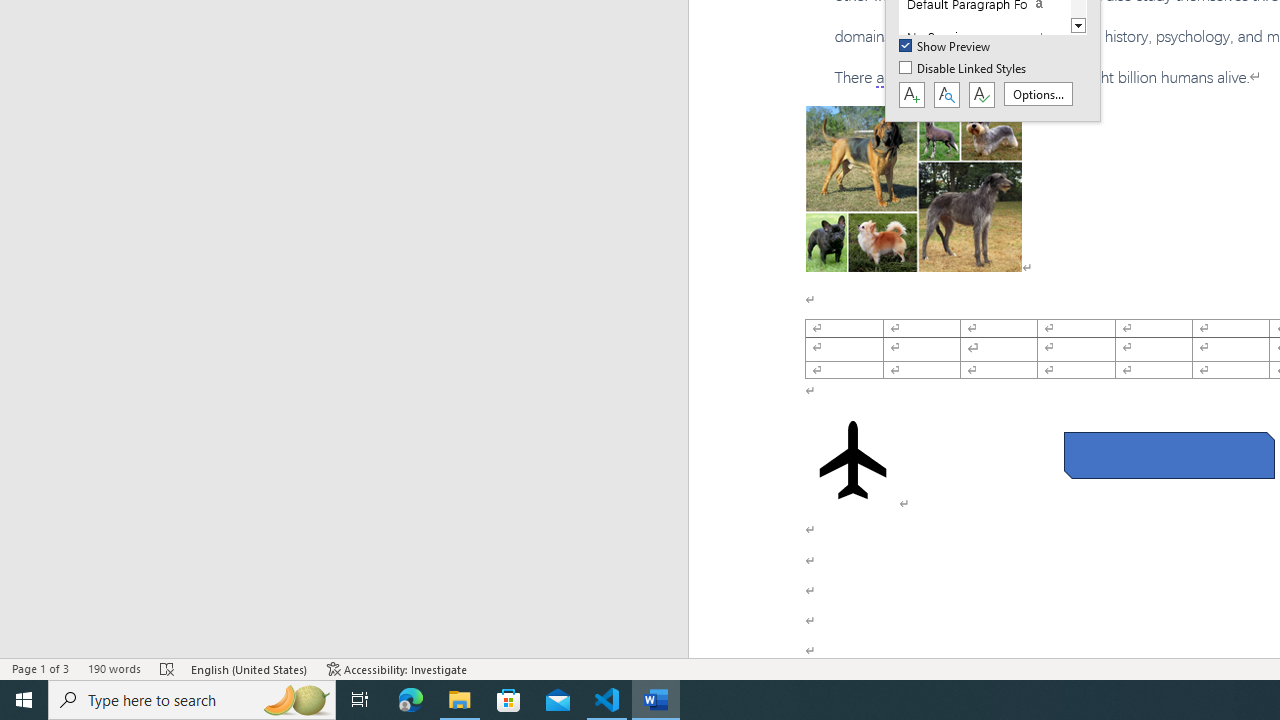  What do you see at coordinates (249, 669) in the screenshot?
I see `'Language English (United States)'` at bounding box center [249, 669].